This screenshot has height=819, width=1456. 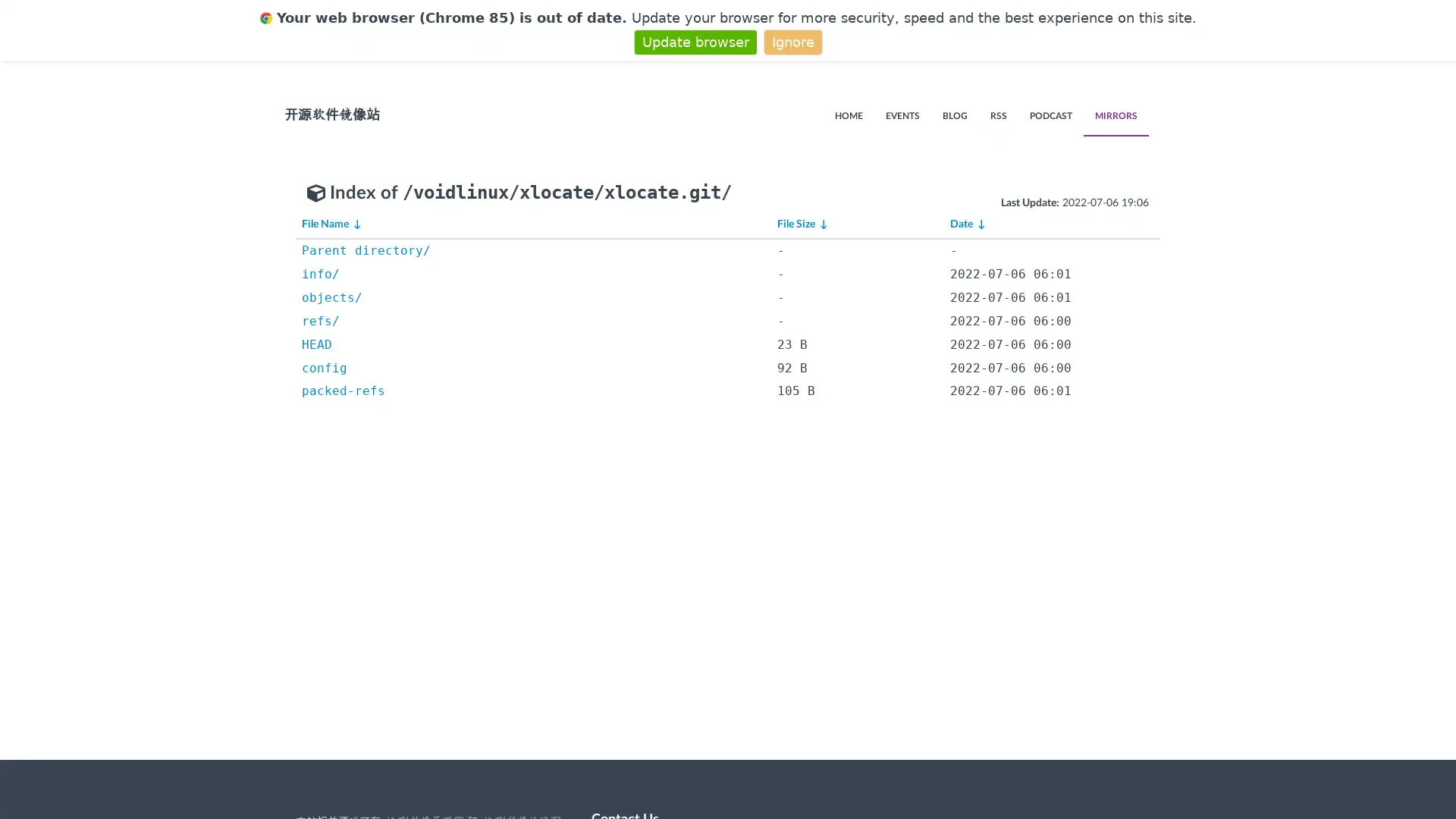 What do you see at coordinates (792, 41) in the screenshot?
I see `Ignore` at bounding box center [792, 41].